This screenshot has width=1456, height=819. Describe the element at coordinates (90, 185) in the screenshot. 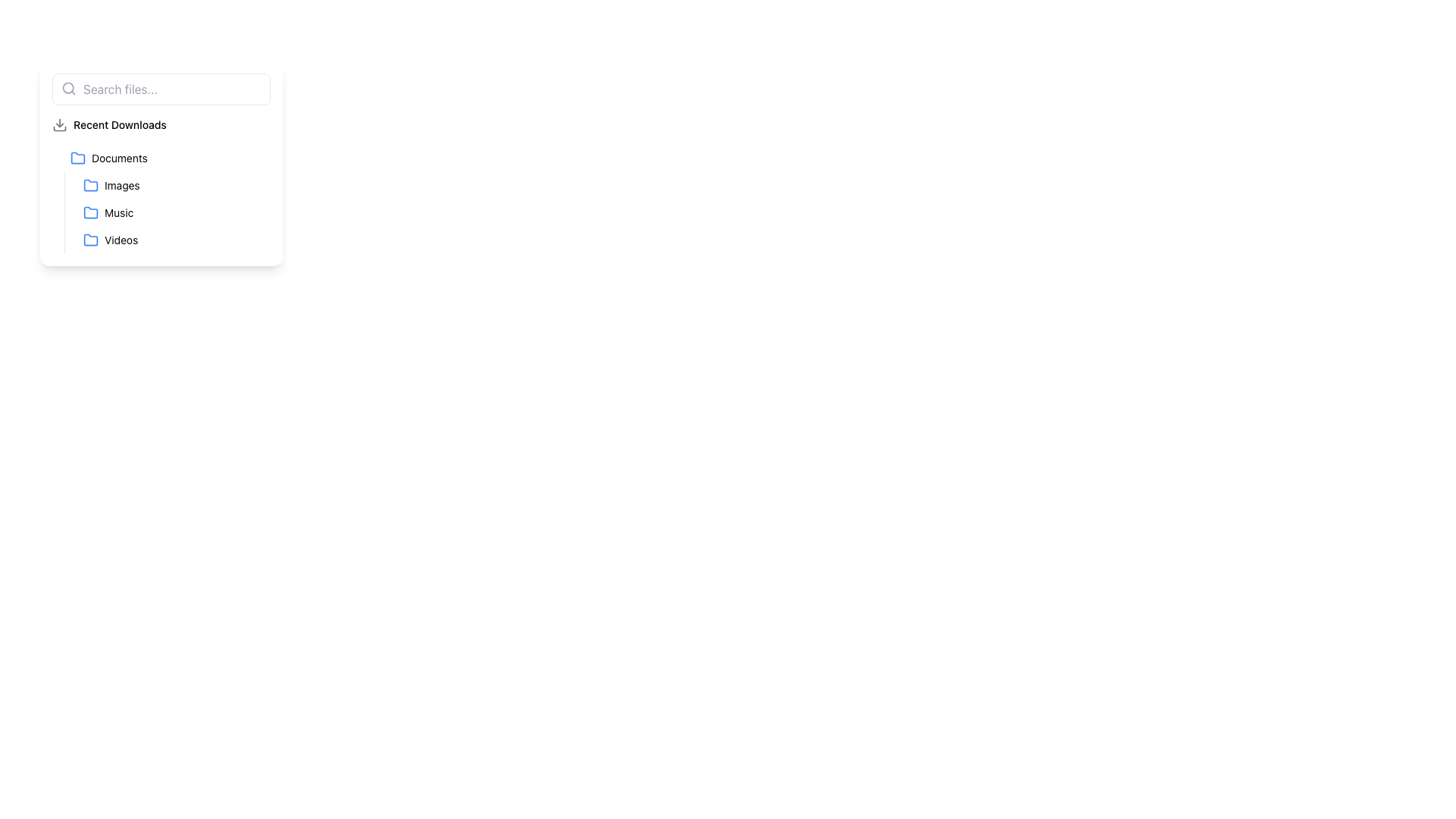

I see `the small folder icon with a blue outline located beside the text label 'Images' in the 'Recent Downloads' section` at that location.